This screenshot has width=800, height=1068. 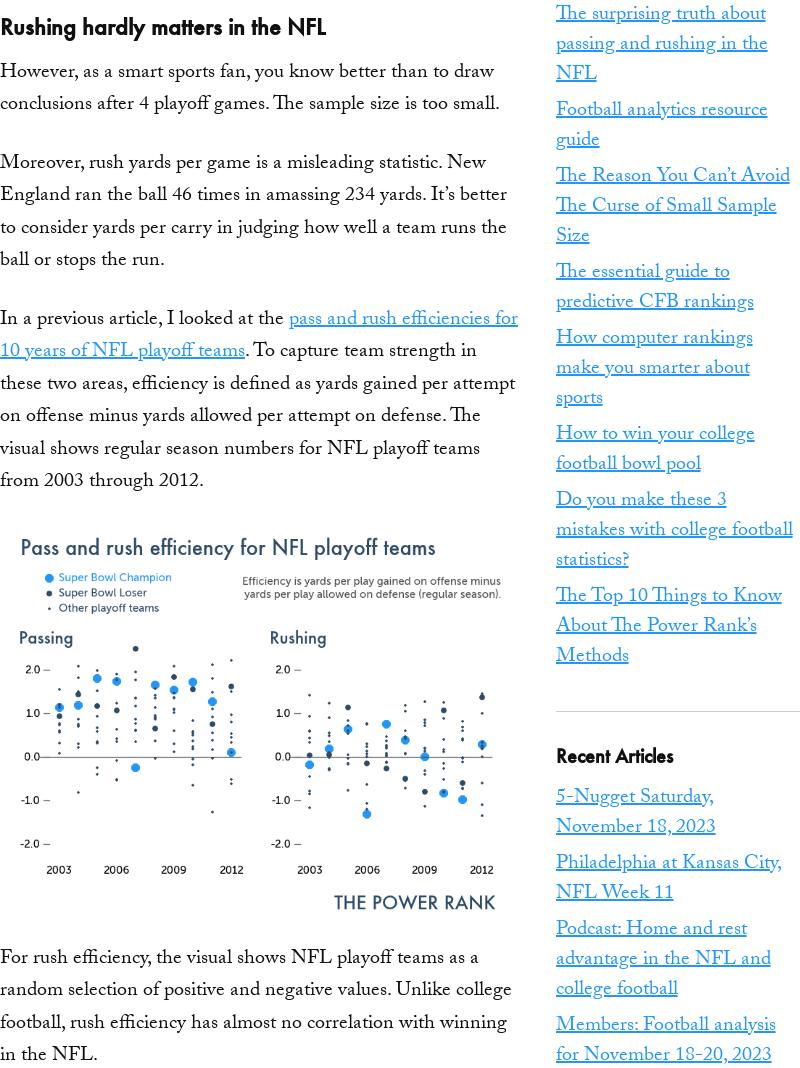 I want to click on 'Philadelphia at Kansas City, NFL Week 11', so click(x=668, y=879).